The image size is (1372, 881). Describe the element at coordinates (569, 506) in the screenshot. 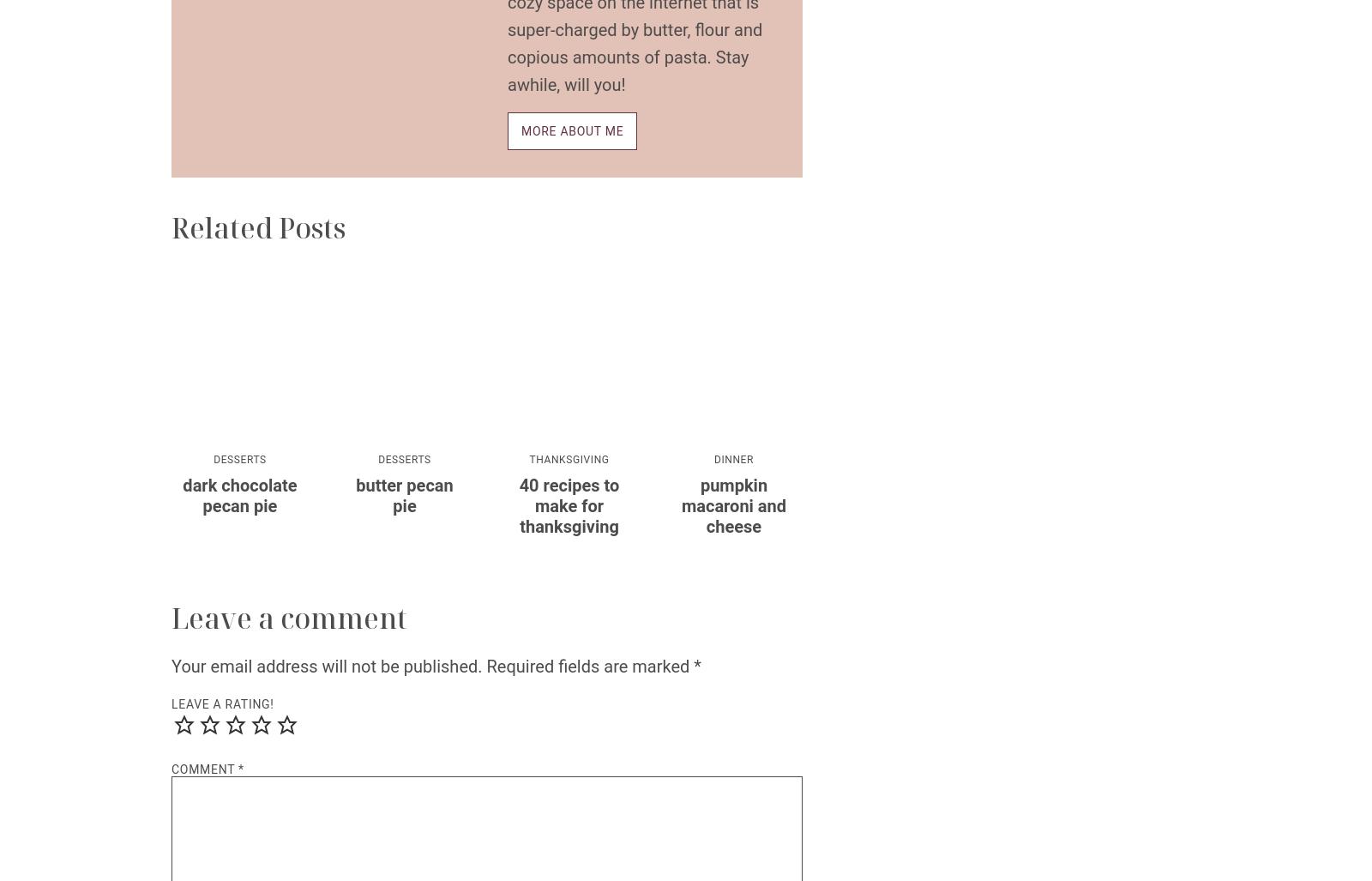

I see `'40 Recipes to Make for Thanksgiving'` at that location.